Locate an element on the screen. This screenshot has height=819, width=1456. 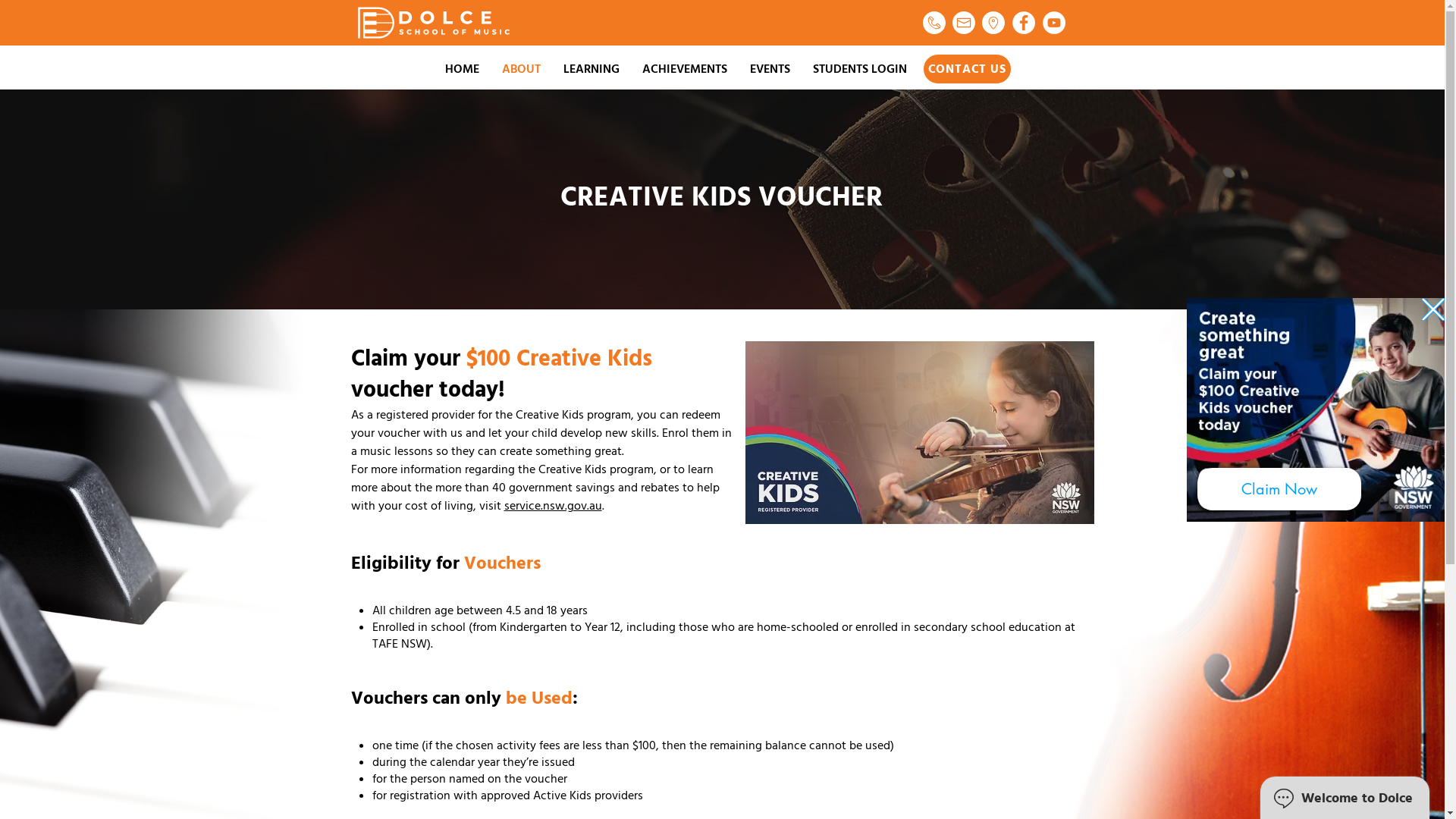
'ACHIEVEMENTS' is located at coordinates (683, 69).